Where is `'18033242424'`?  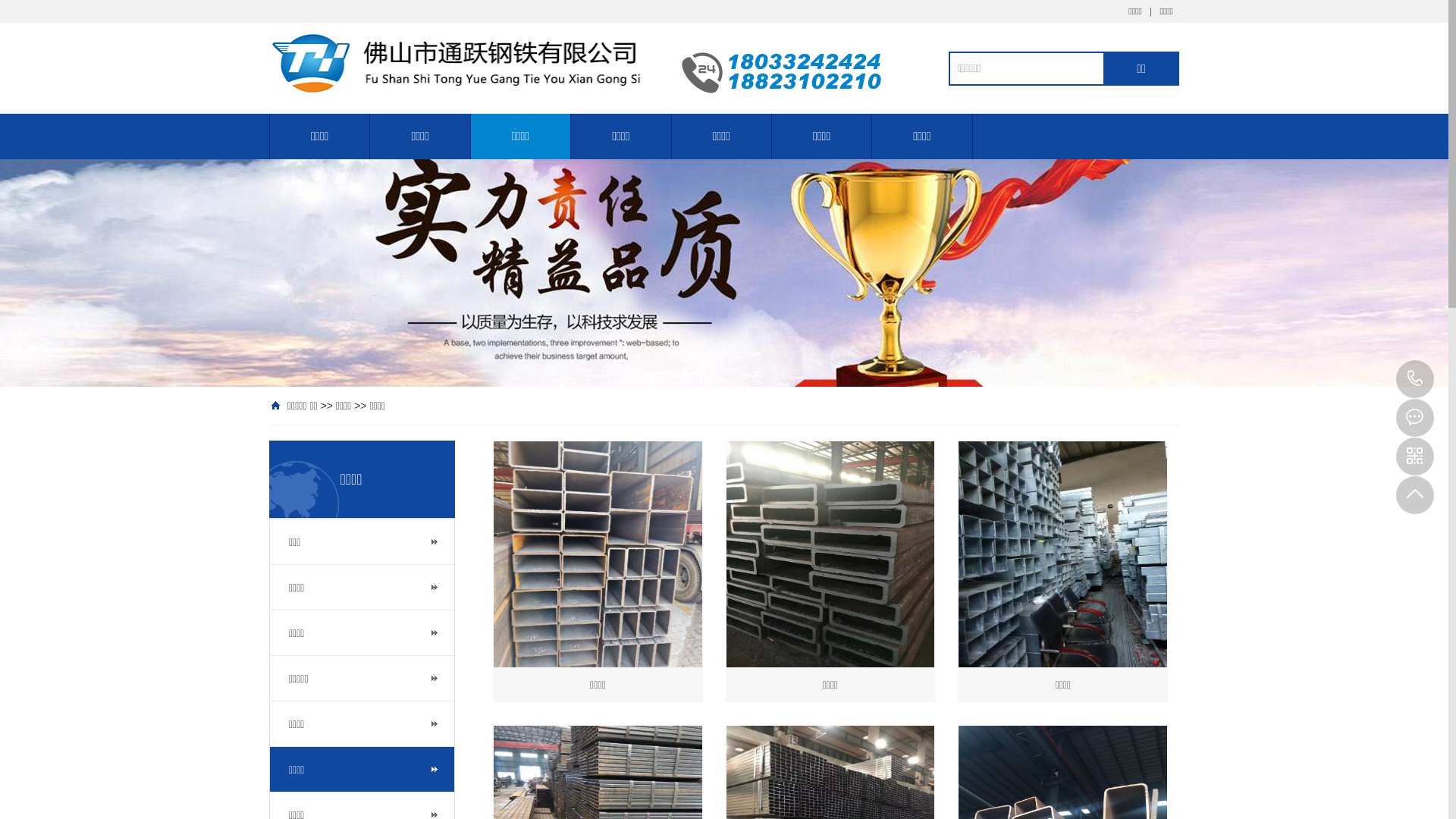 '18033242424' is located at coordinates (1395, 378).